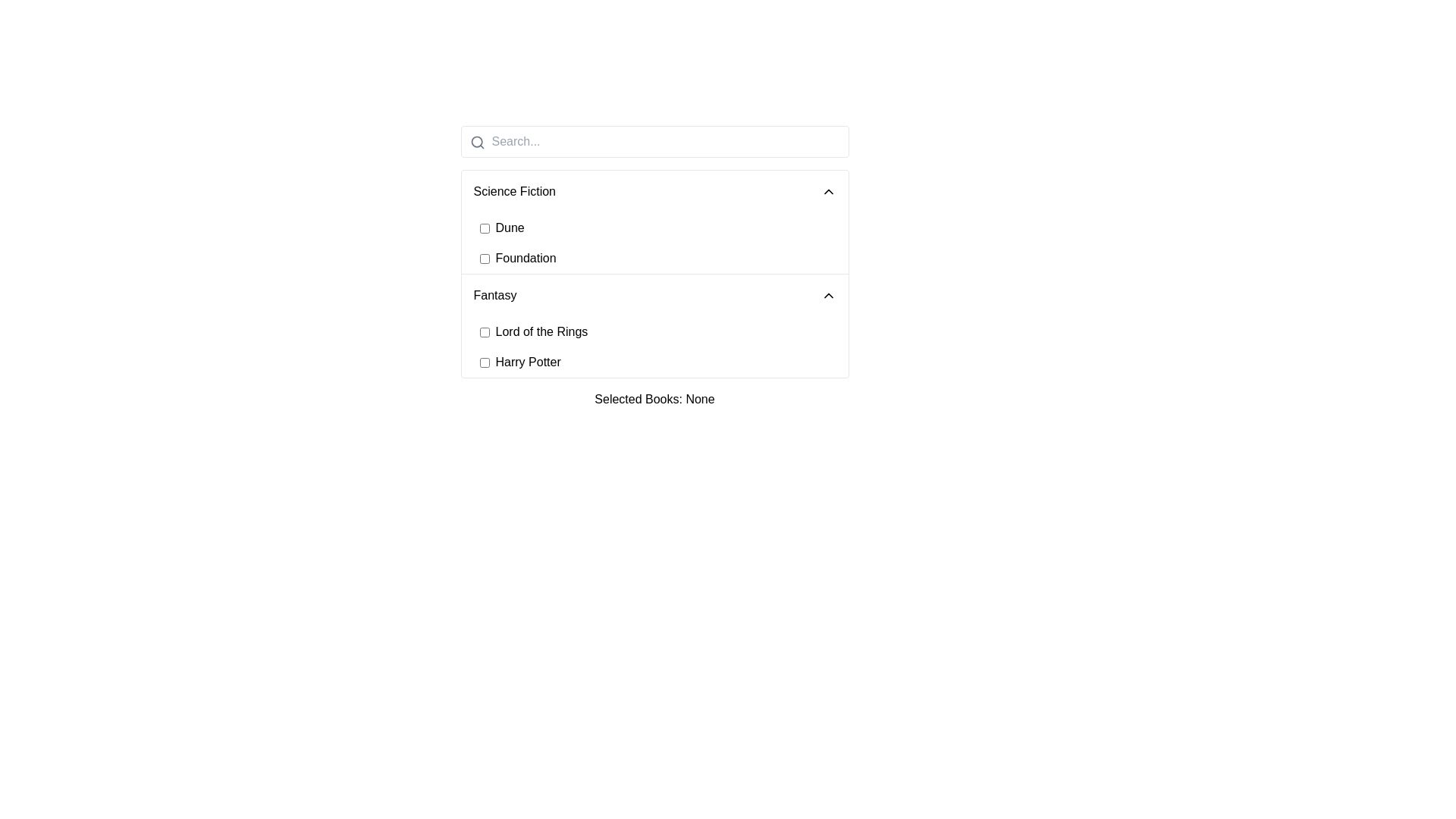 This screenshot has width=1456, height=819. Describe the element at coordinates (510, 227) in the screenshot. I see `text label displaying 'Dune', which is positioned to the right of a checkbox in the 'Science Fiction' group` at that location.